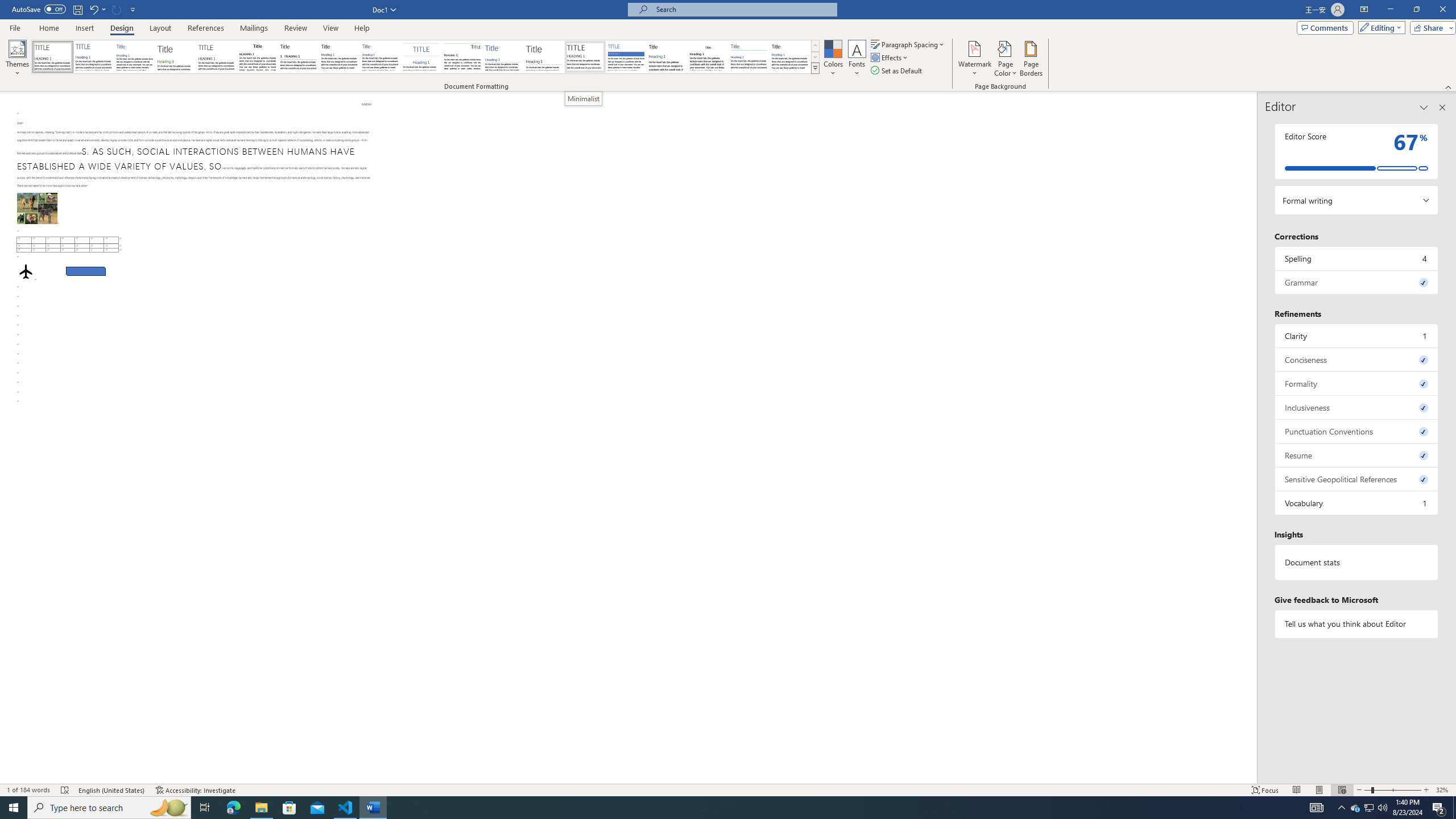  What do you see at coordinates (1356, 383) in the screenshot?
I see `'Formality, 0 issues. Press space or enter to review items.'` at bounding box center [1356, 383].